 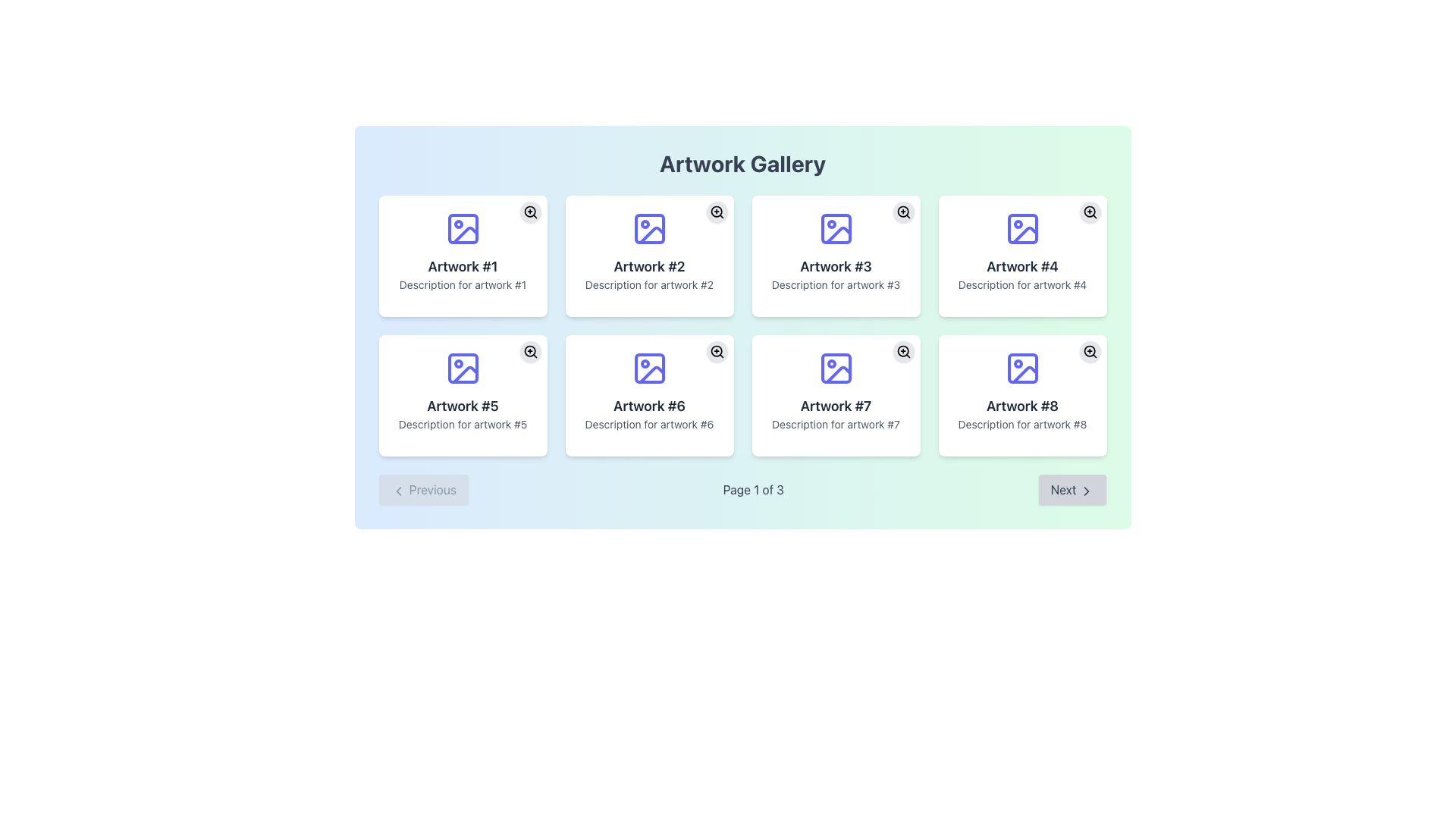 What do you see at coordinates (1022, 406) in the screenshot?
I see `text label that identifies the artwork in the bottom-right card of the grid layout, positioned above the description text` at bounding box center [1022, 406].